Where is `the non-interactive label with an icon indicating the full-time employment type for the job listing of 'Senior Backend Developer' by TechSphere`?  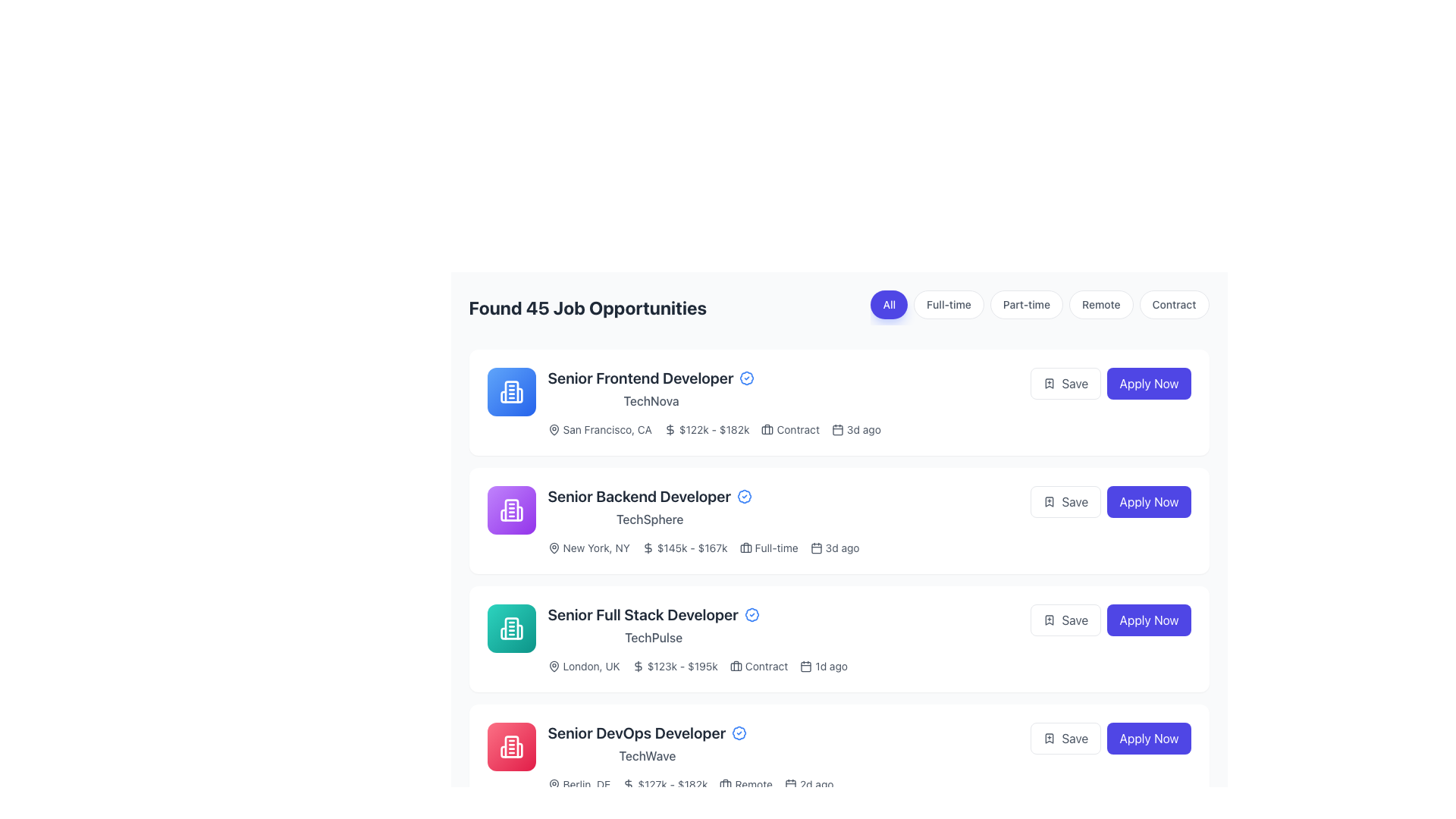 the non-interactive label with an icon indicating the full-time employment type for the job listing of 'Senior Backend Developer' by TechSphere is located at coordinates (769, 548).